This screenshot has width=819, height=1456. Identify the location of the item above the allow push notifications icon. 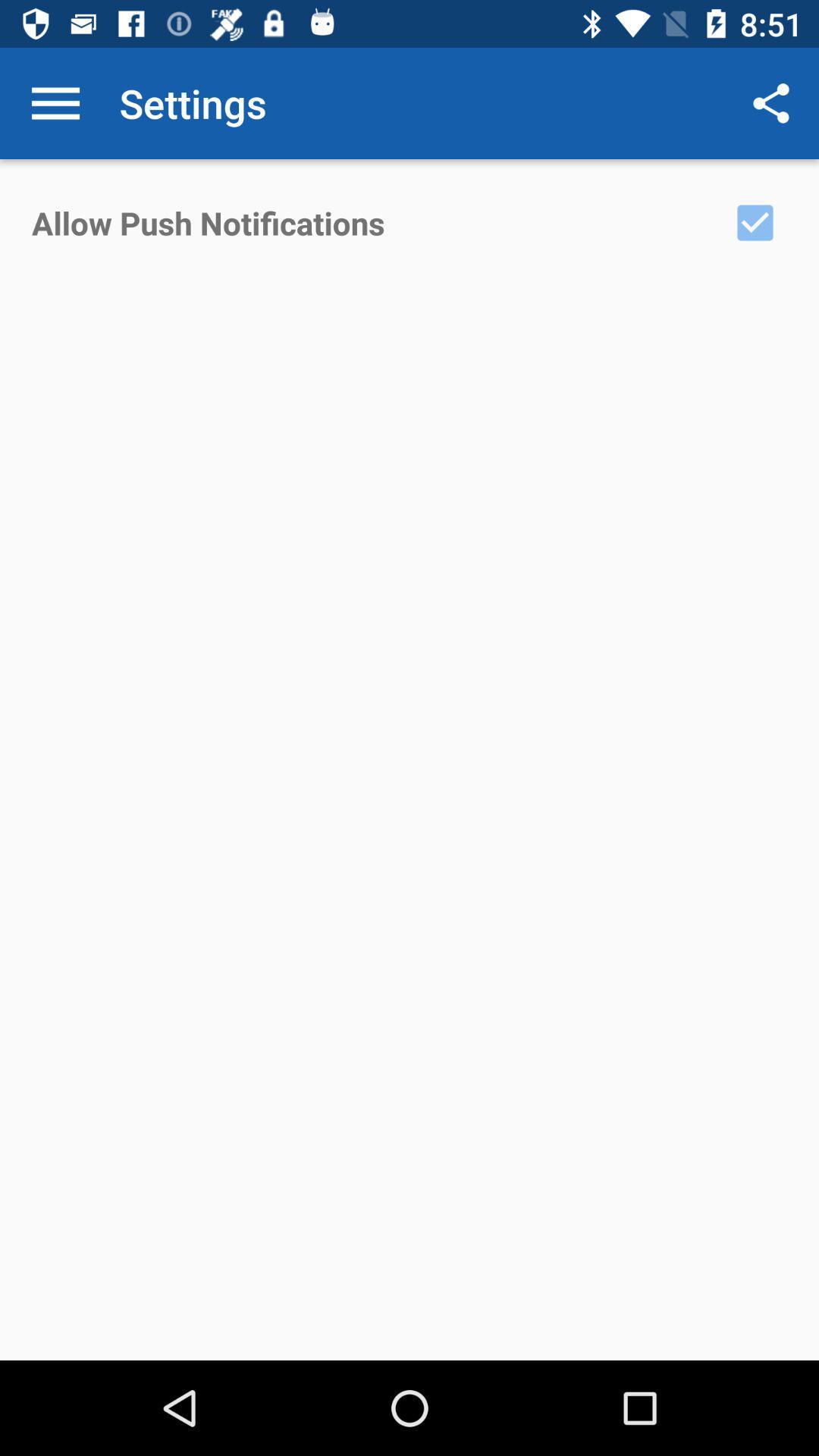
(55, 102).